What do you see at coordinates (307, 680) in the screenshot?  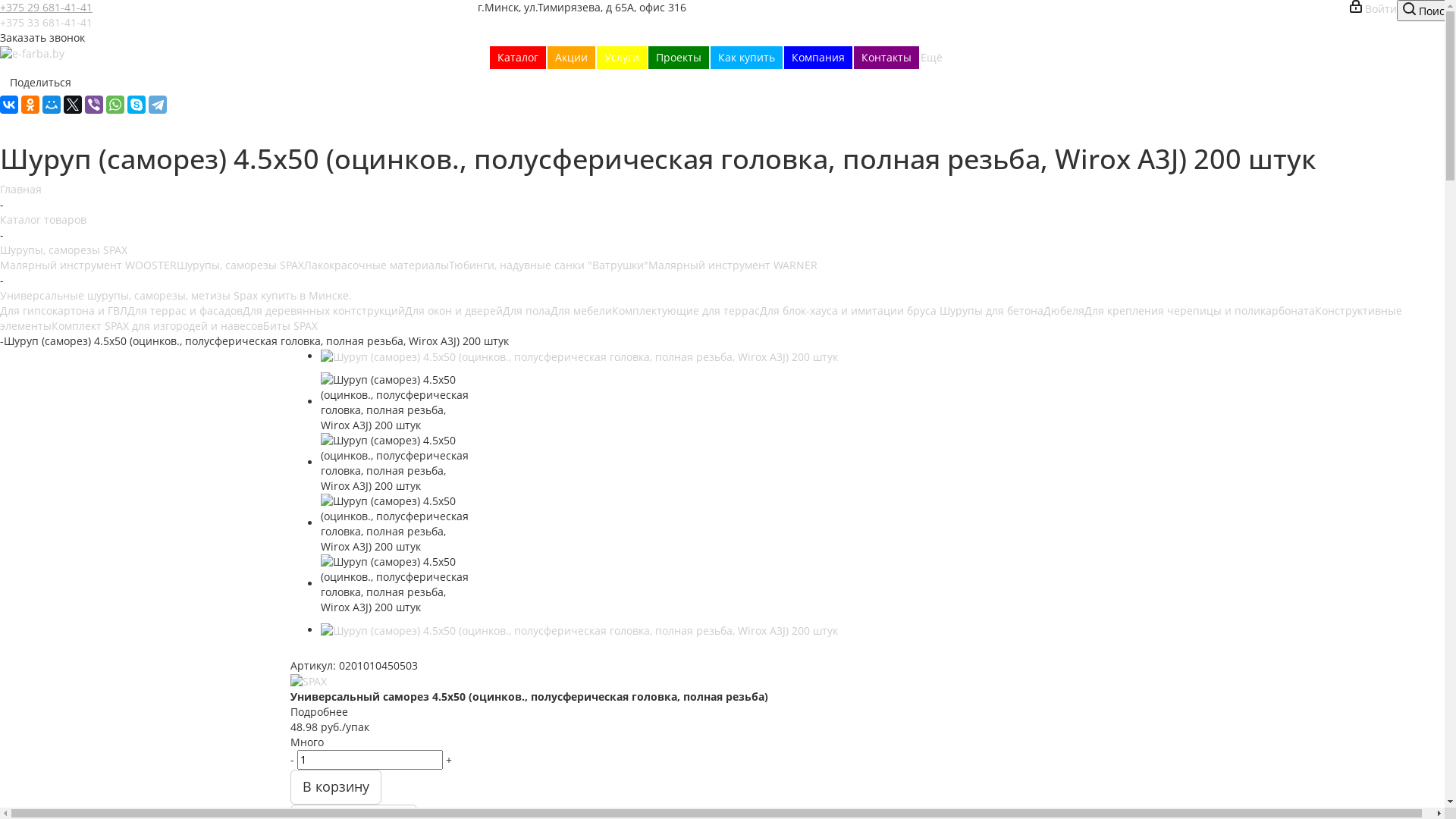 I see `' SPAX'` at bounding box center [307, 680].